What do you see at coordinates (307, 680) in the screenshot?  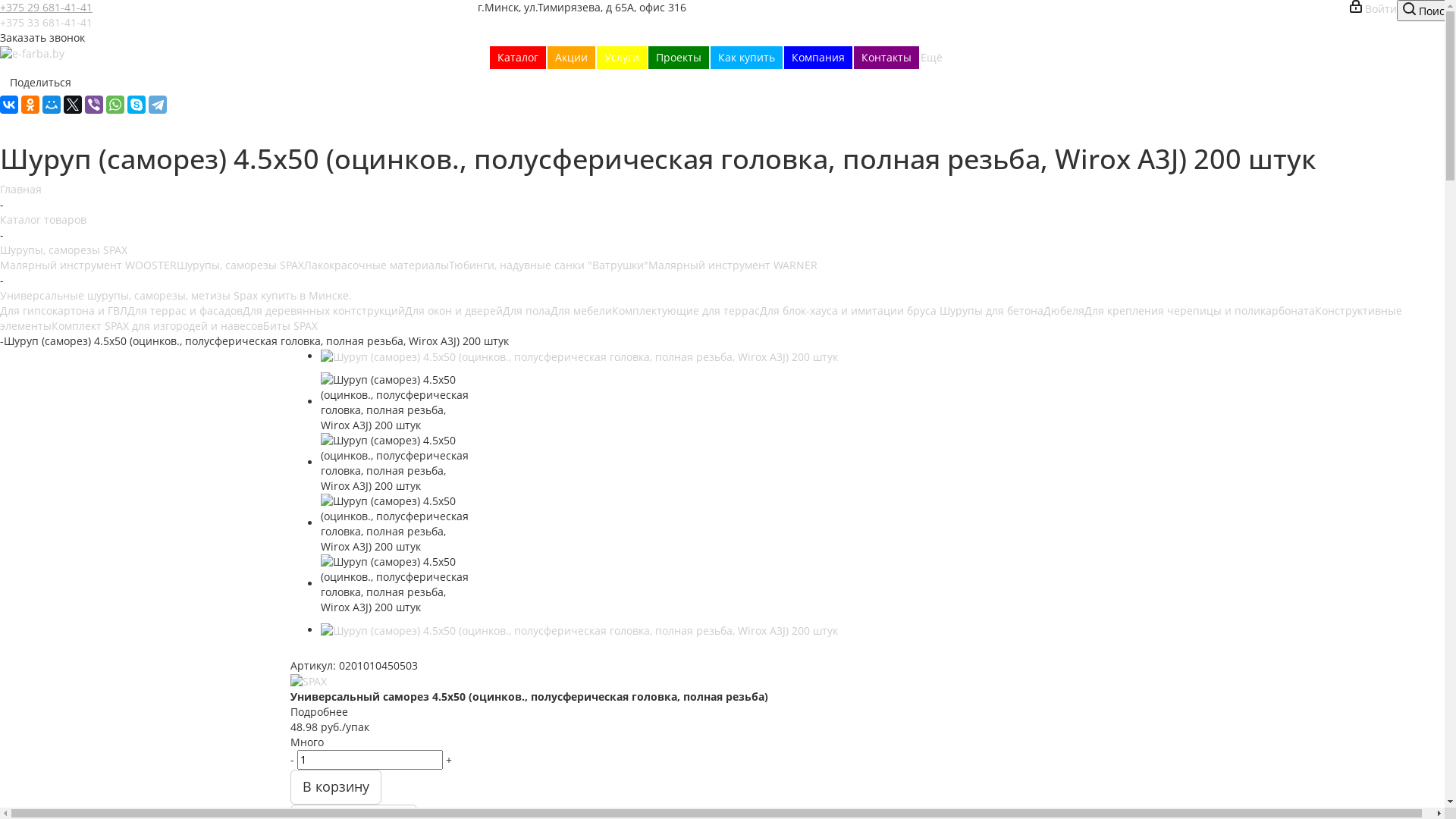 I see `' SPAX'` at bounding box center [307, 680].